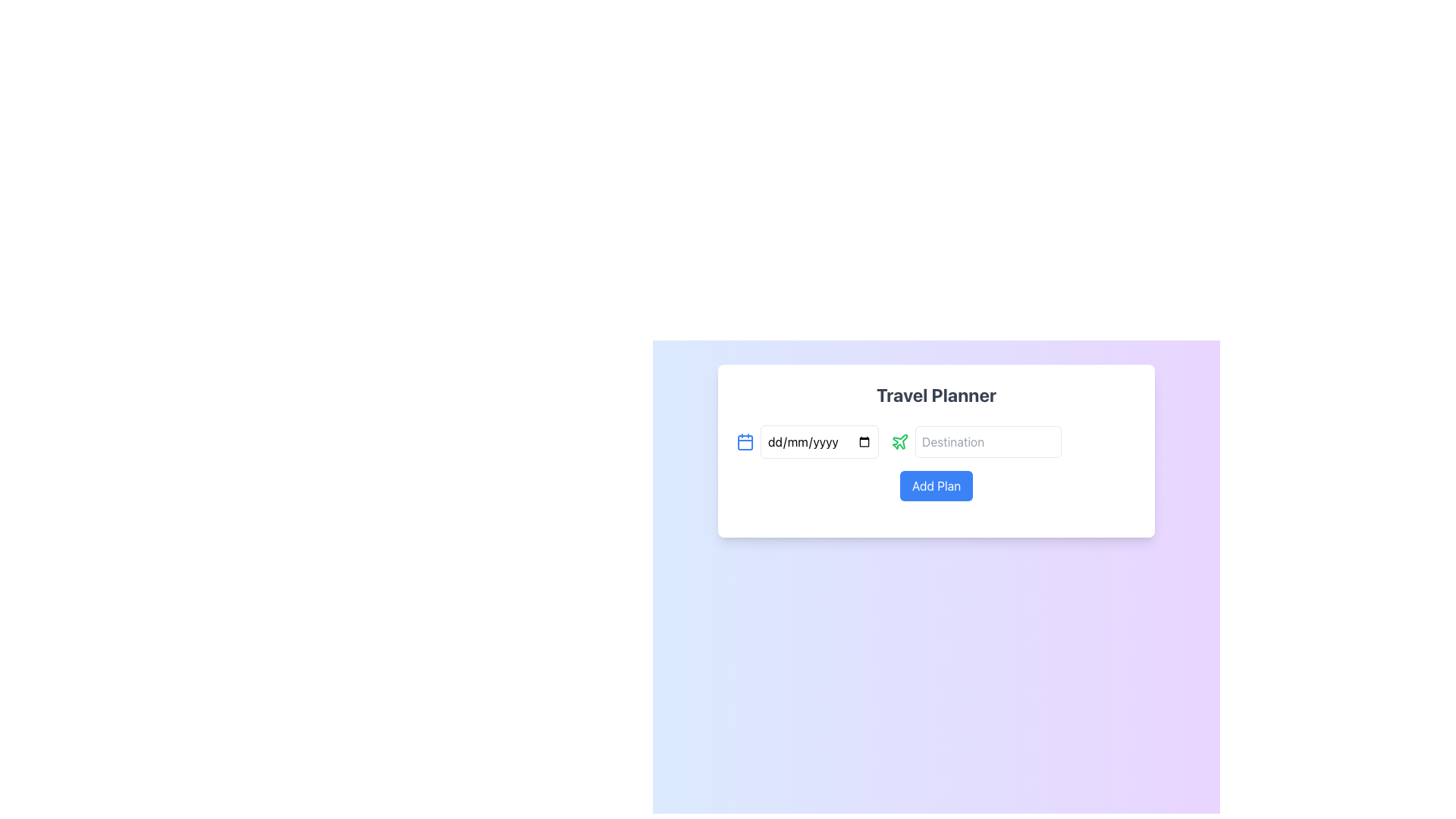  Describe the element at coordinates (745, 442) in the screenshot. I see `the inner rectangle of the calendar icon` at that location.